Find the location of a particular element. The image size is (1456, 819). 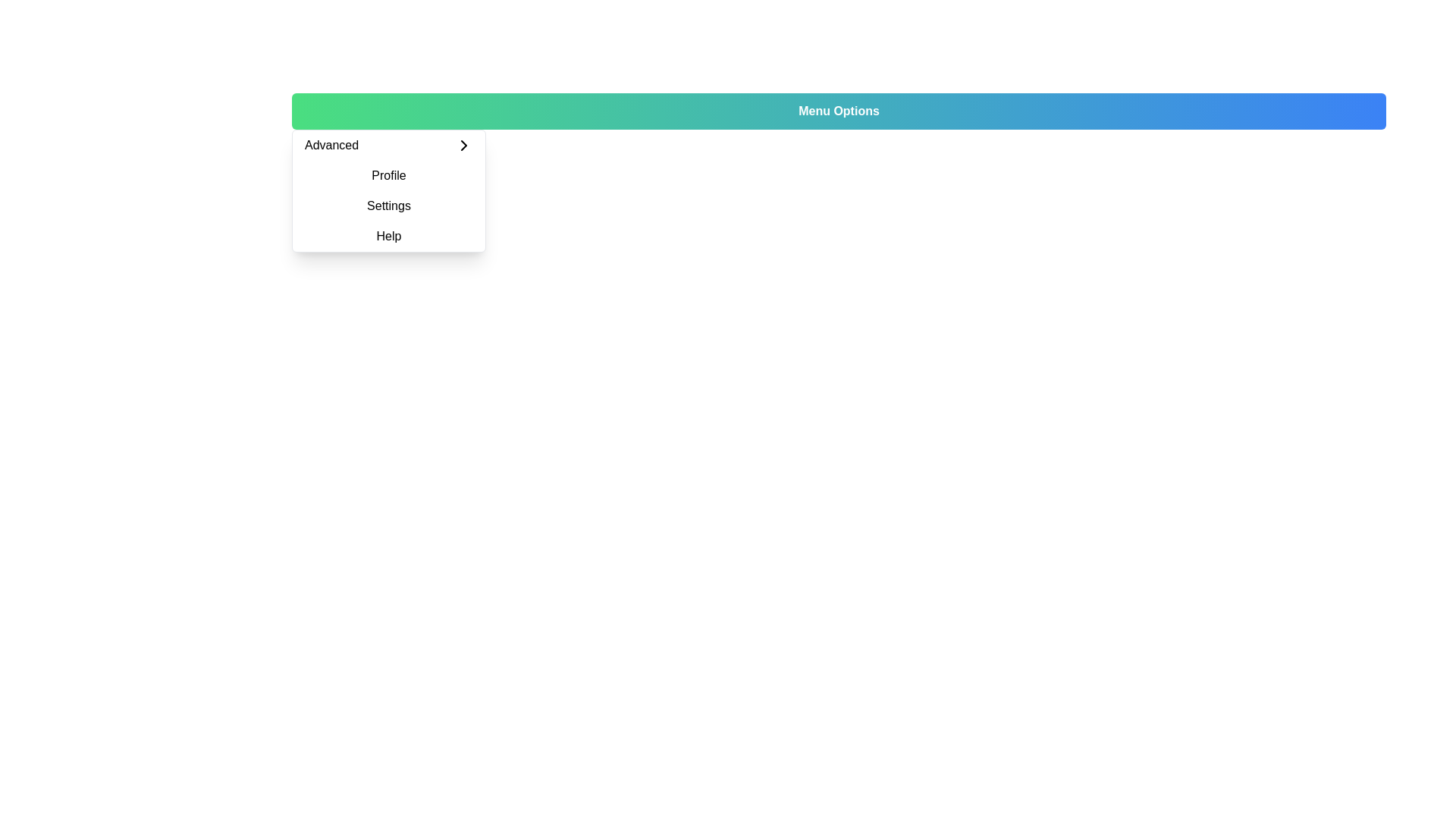

the second menu item in the vertical menu list, which is located between 'Advanced' and 'Settings' is located at coordinates (389, 174).